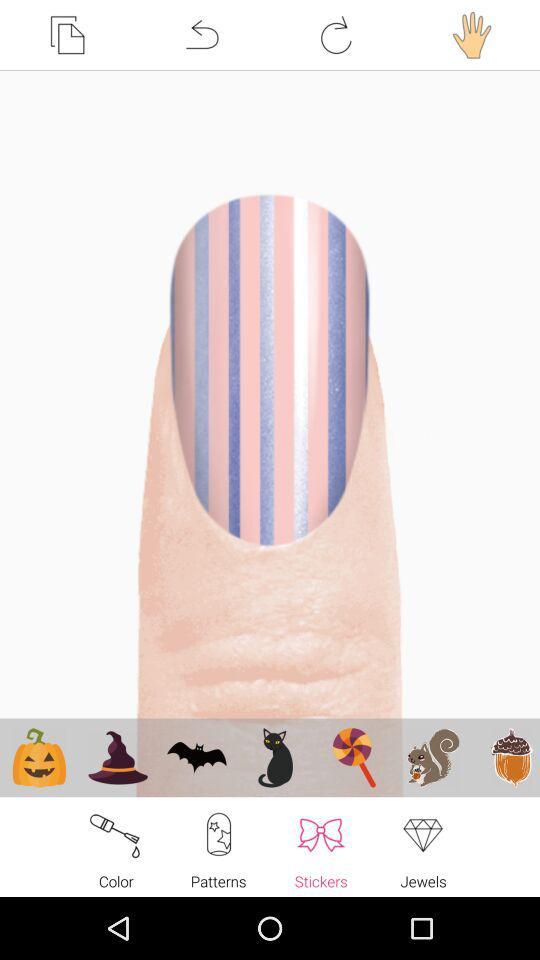 The width and height of the screenshot is (540, 960). Describe the element at coordinates (118, 756) in the screenshot. I see `the hat emoji` at that location.